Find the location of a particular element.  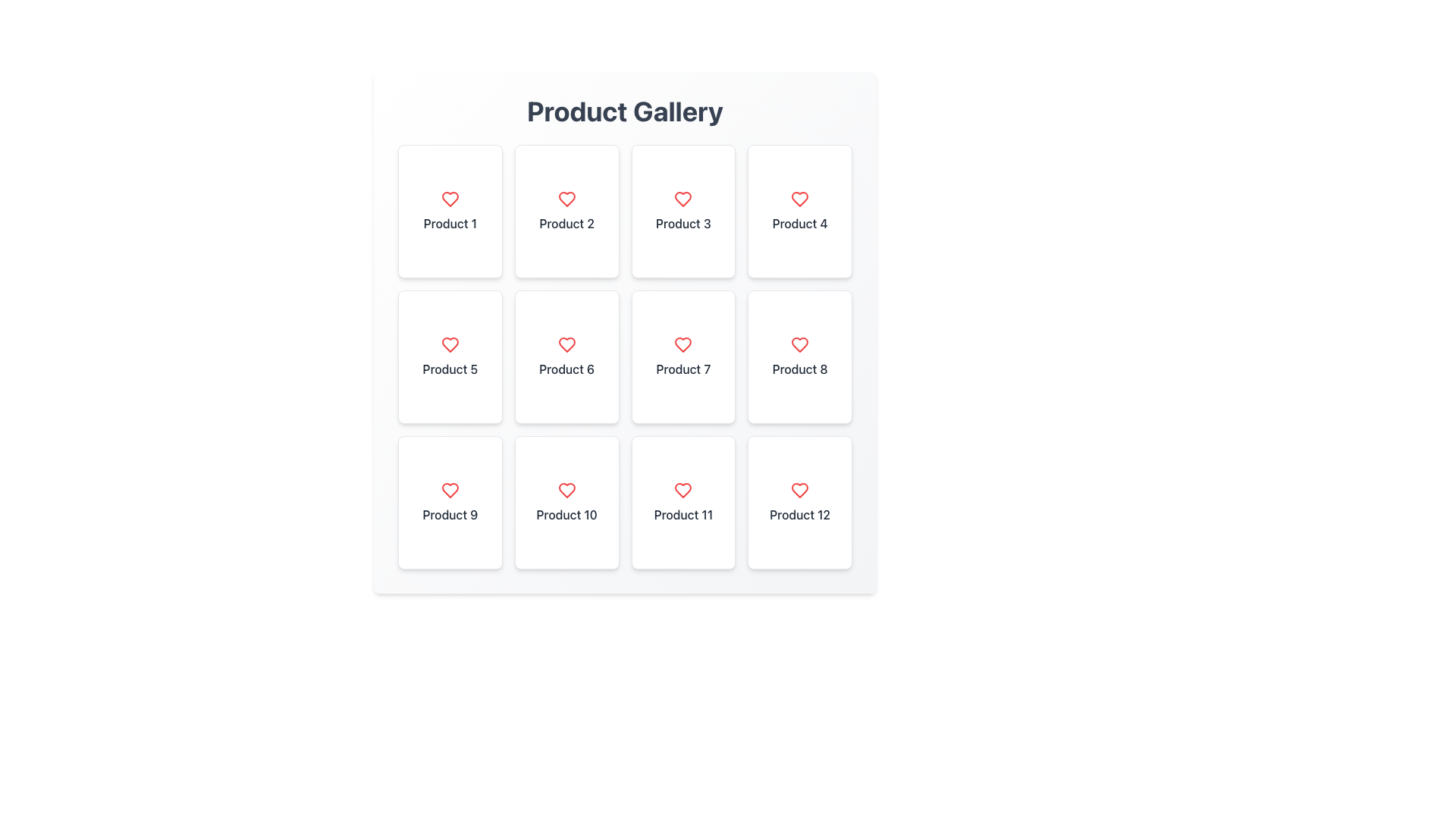

the heart icon representing the favorite feature located on the 'Product 8' card in the second row, fourth column of the grid layout is located at coordinates (799, 345).